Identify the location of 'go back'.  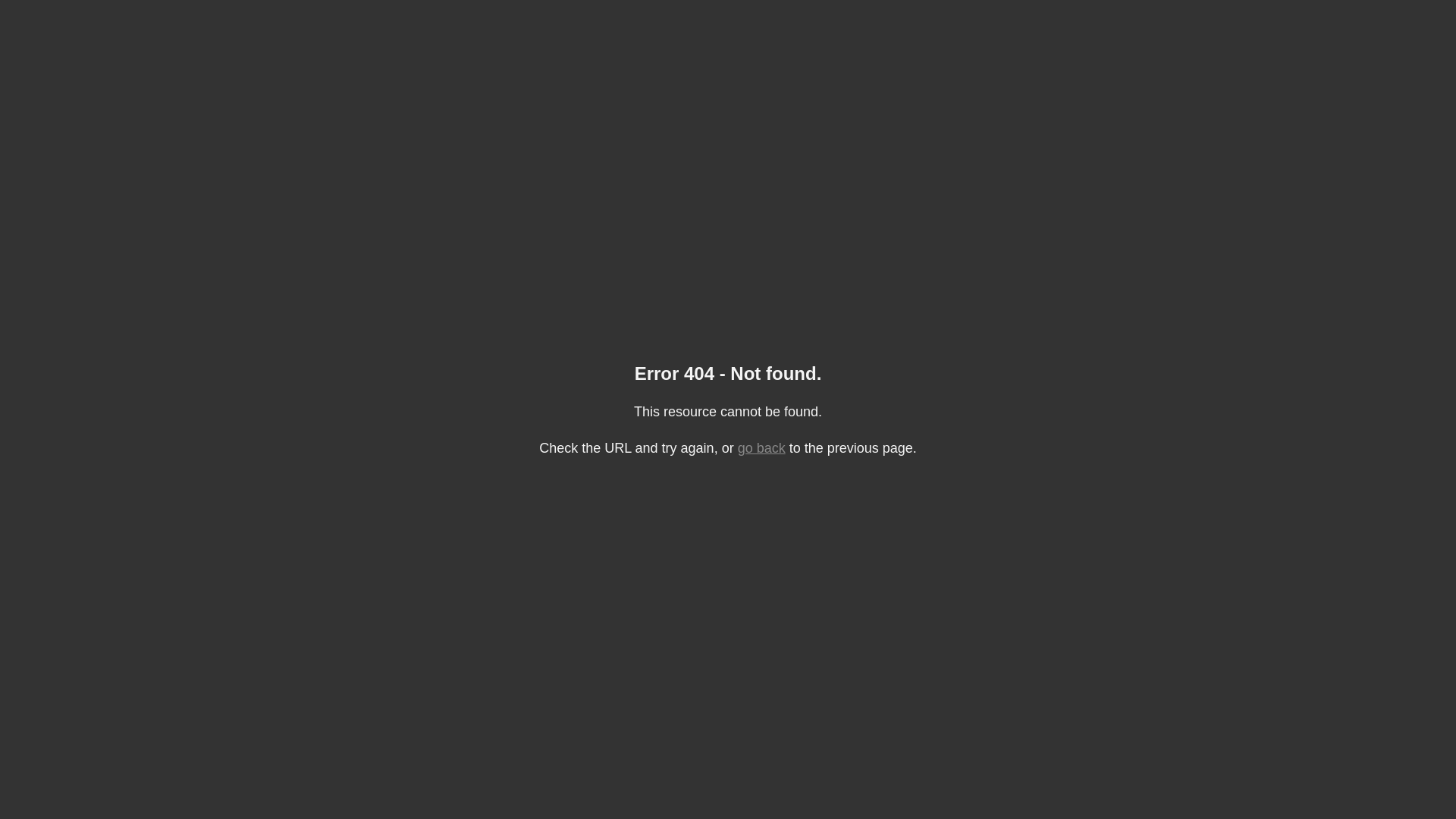
(761, 447).